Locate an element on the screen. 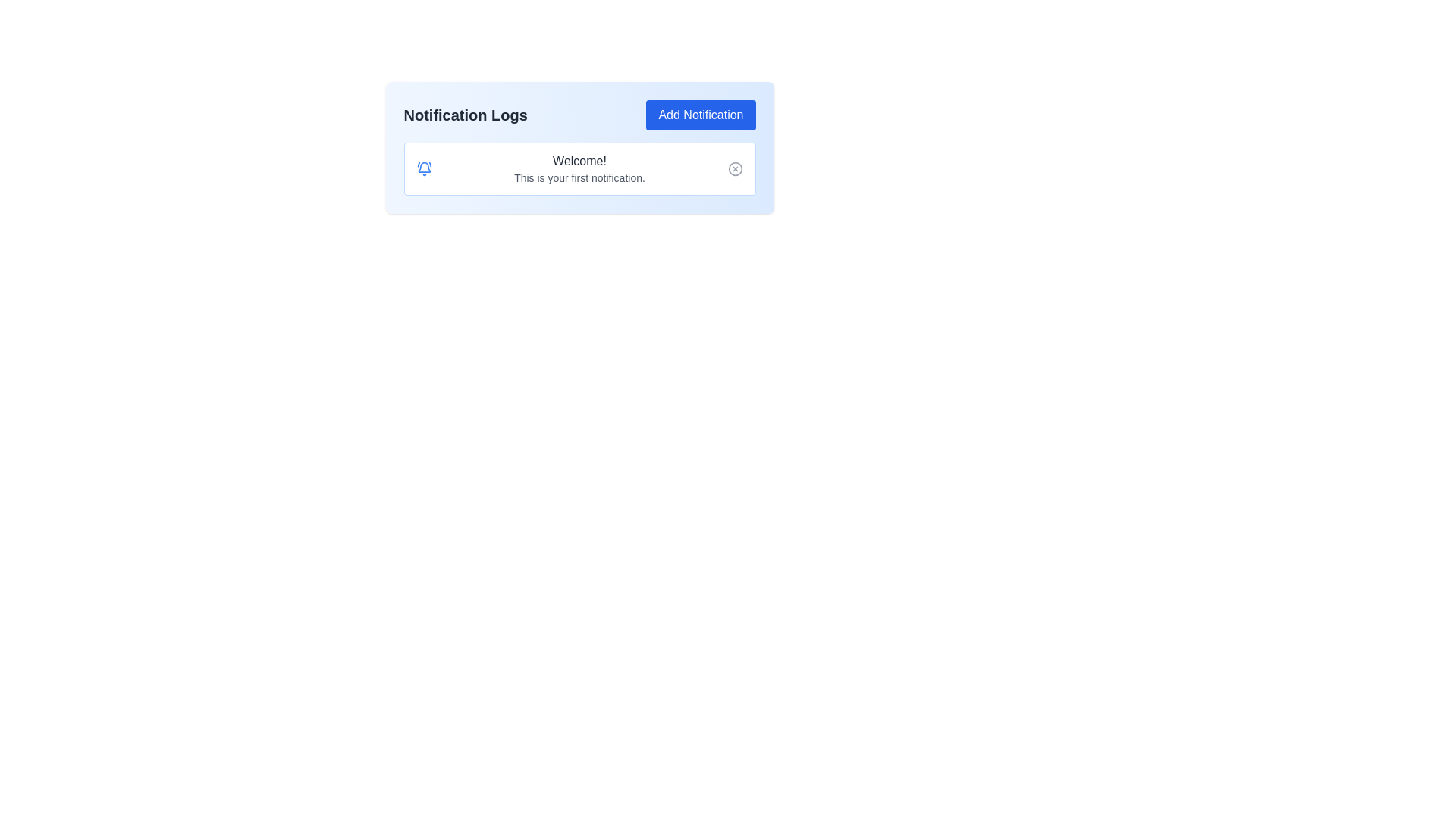 The image size is (1456, 819). the text label that provides a detailed message related to the title 'Welcome!', positioned below 'Welcome!' in the 'Notification Logs' card is located at coordinates (579, 177).